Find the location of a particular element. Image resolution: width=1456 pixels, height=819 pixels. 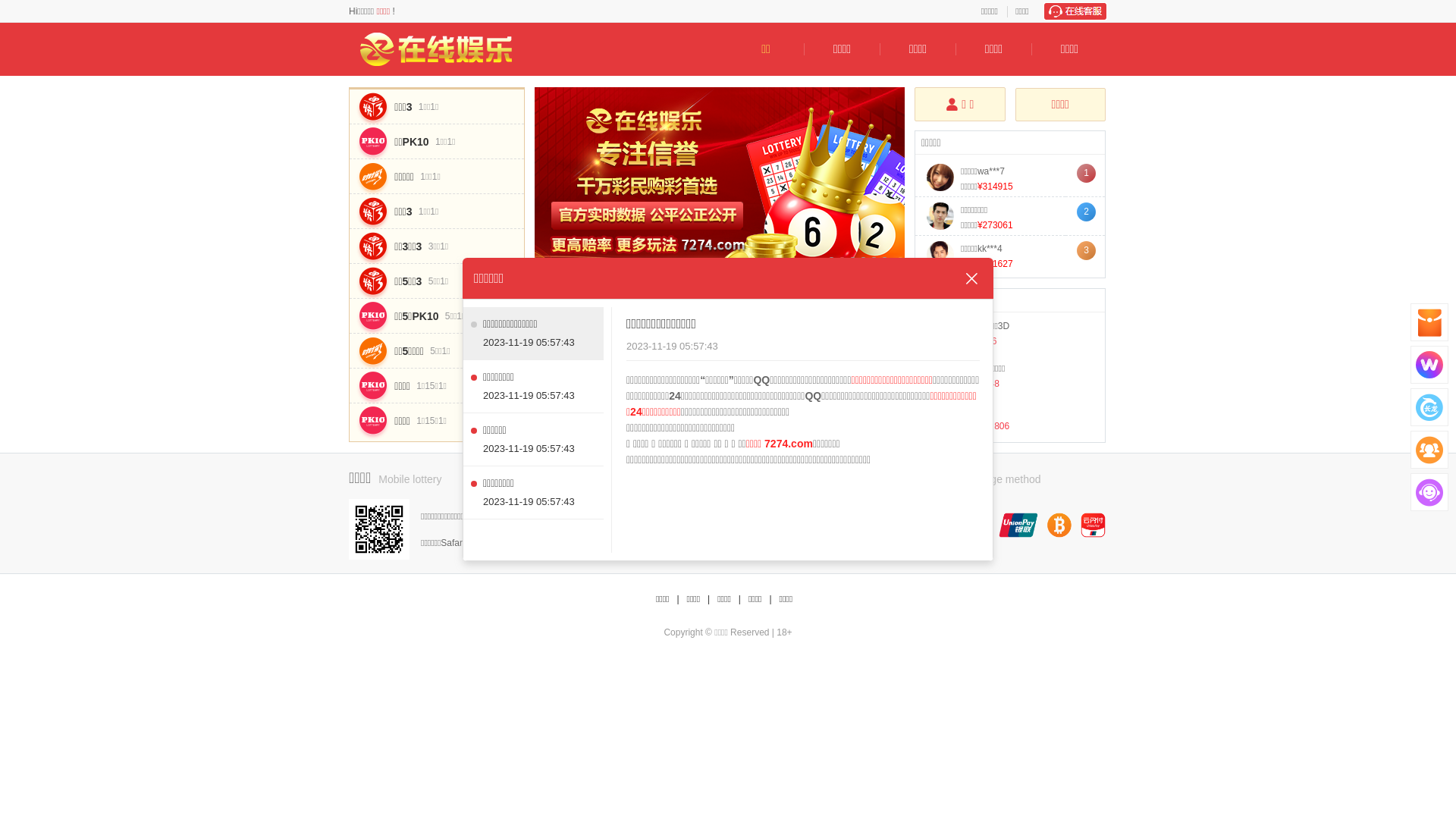

'|' is located at coordinates (770, 598).